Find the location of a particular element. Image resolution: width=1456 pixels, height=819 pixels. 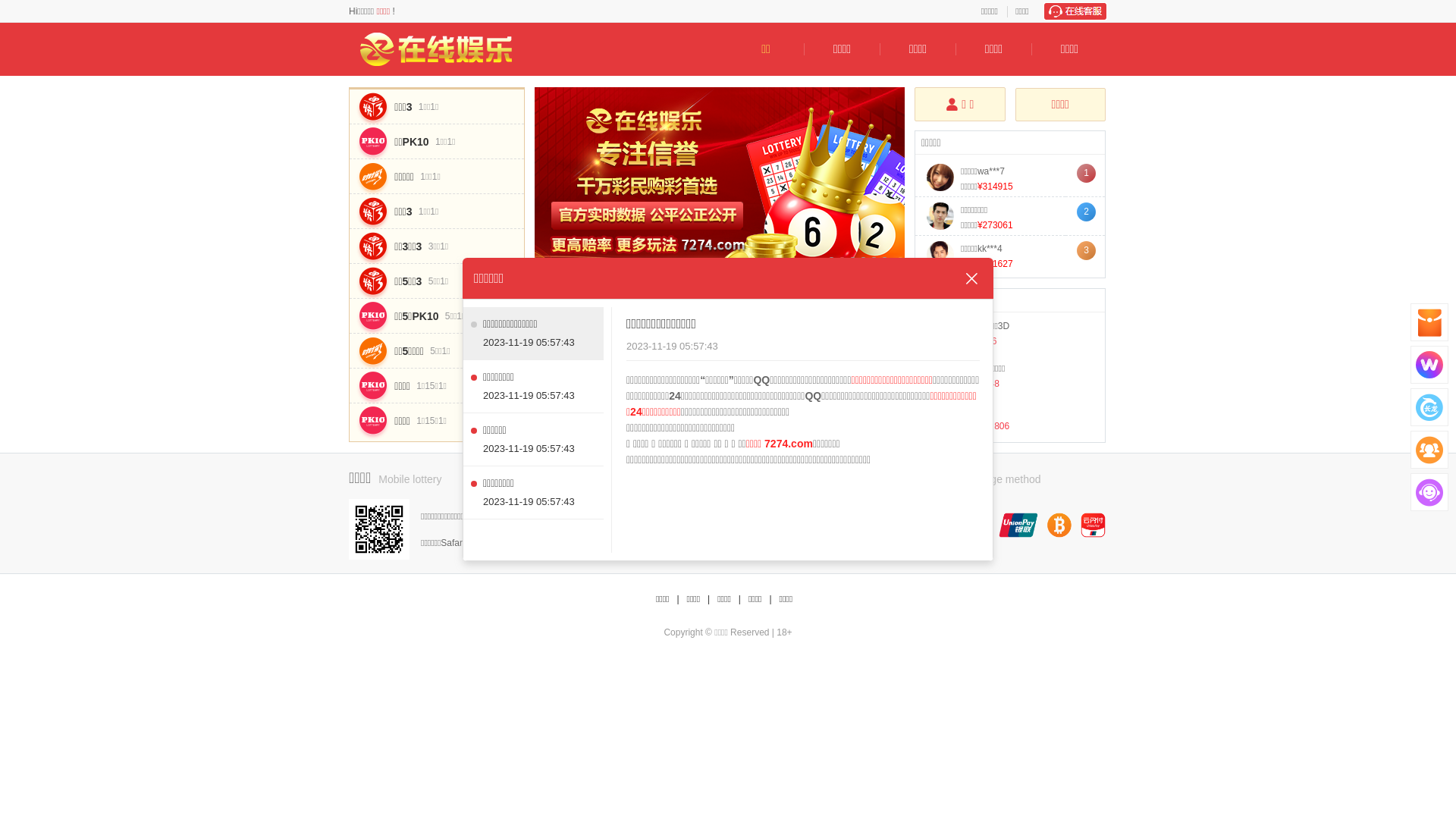

'|' is located at coordinates (770, 598).